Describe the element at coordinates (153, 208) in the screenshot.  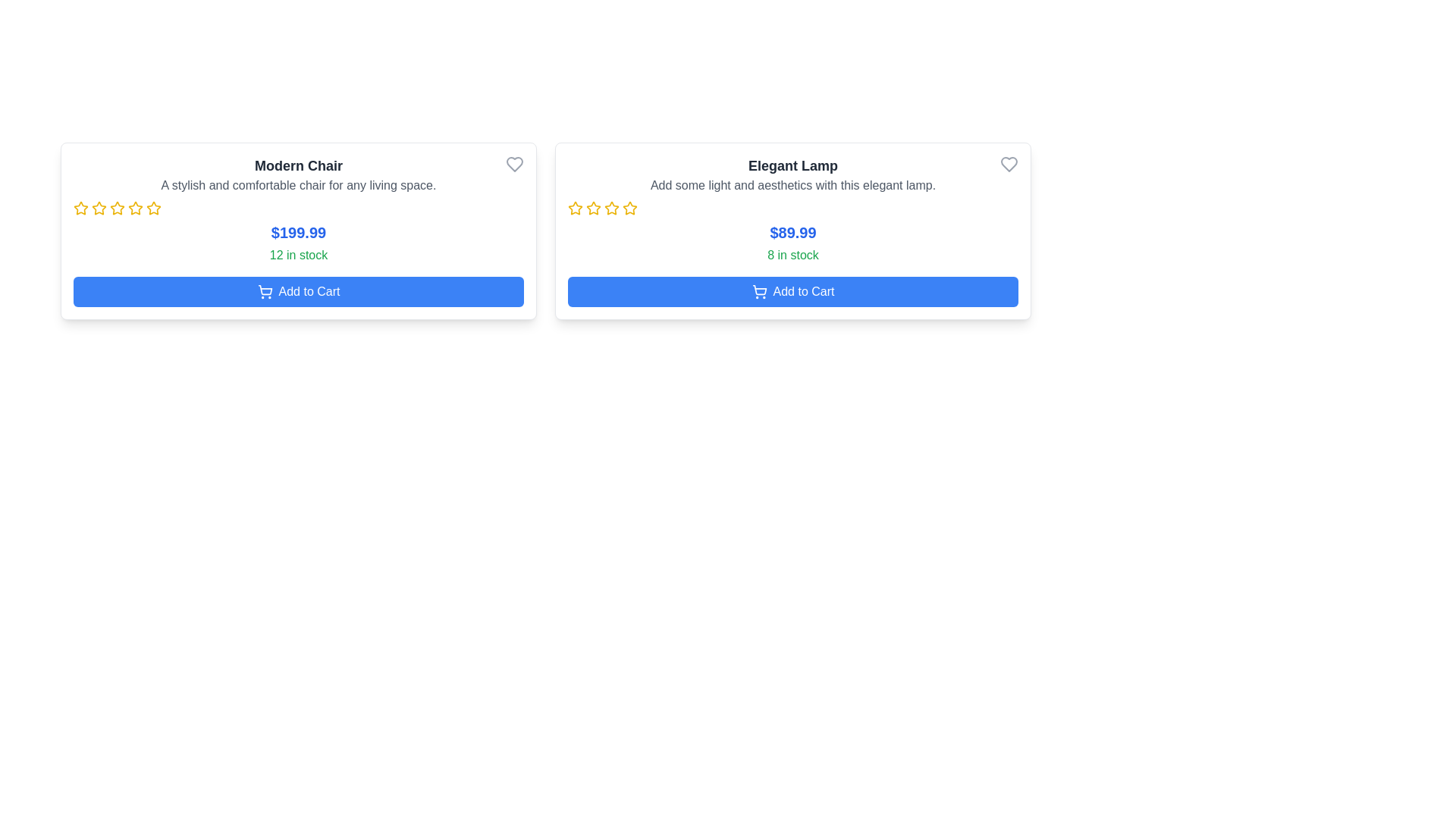
I see `the fifth rating star icon in the horizontal row located below the product title 'Modern Chair'` at that location.